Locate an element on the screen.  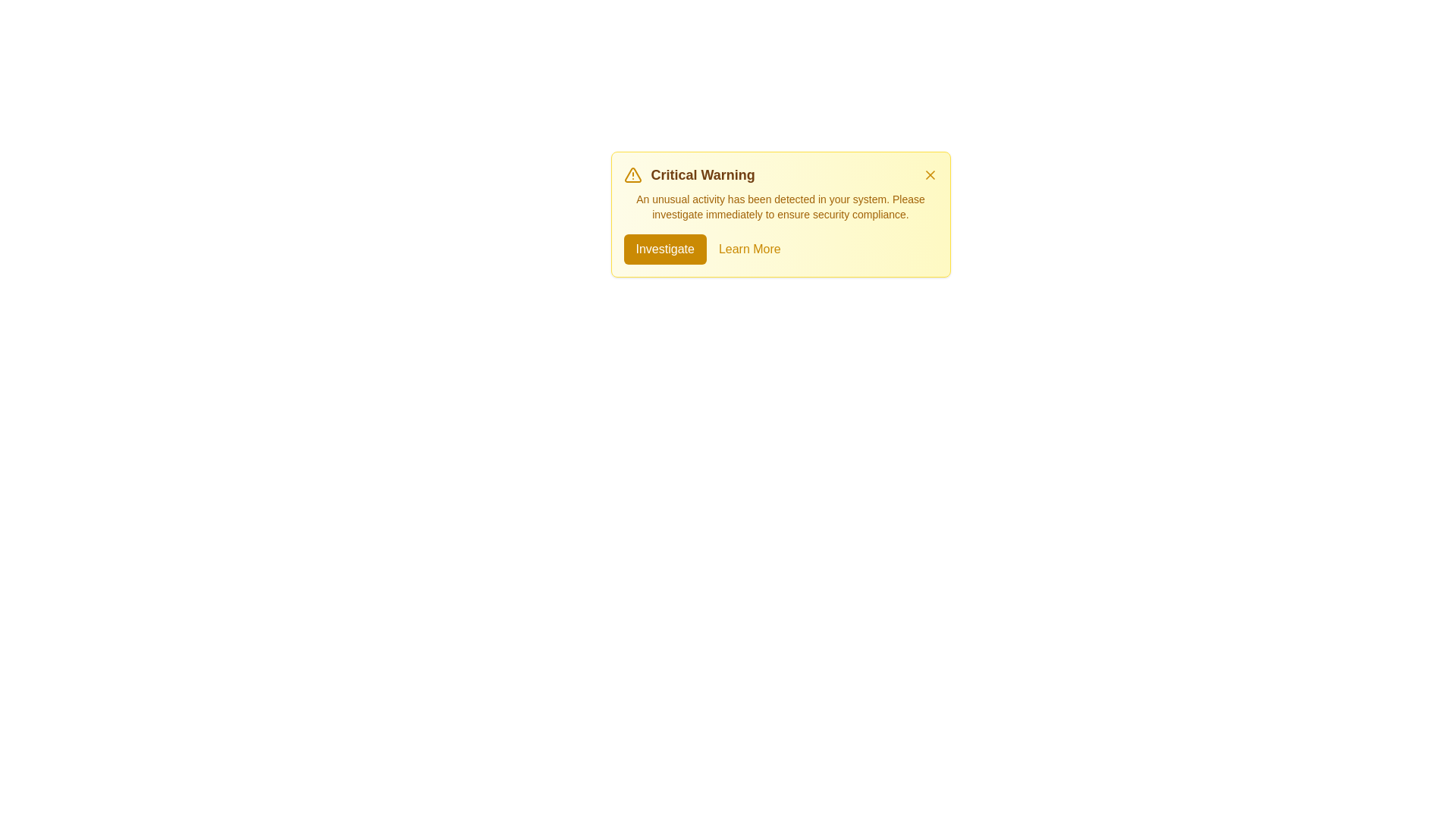
close button in the top-right corner of the alert to dismiss it is located at coordinates (929, 174).